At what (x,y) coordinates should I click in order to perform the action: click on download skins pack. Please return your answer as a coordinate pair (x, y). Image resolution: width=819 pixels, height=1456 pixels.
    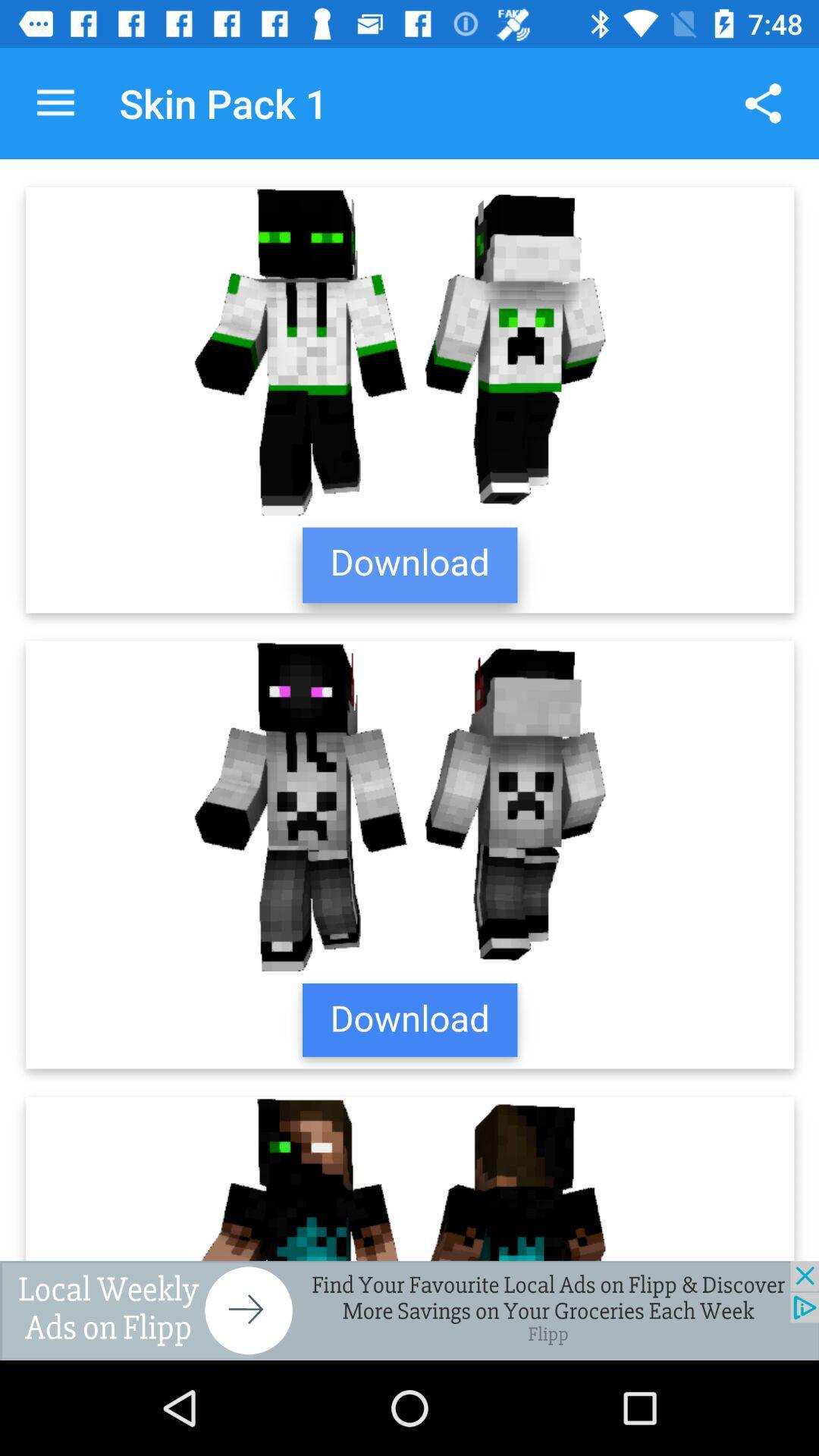
    Looking at the image, I should click on (409, 709).